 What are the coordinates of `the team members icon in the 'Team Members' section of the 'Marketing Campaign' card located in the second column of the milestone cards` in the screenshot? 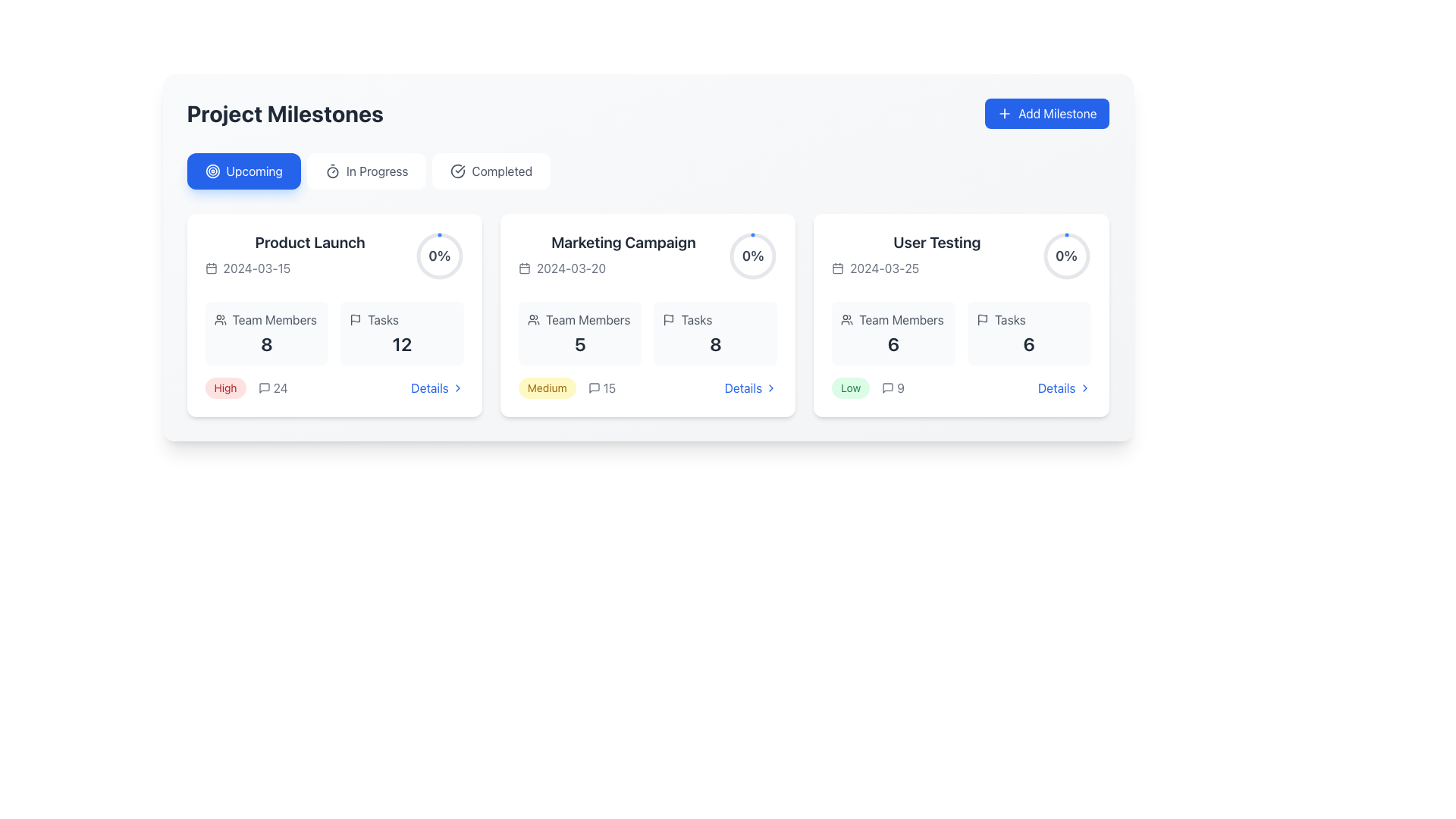 It's located at (533, 318).